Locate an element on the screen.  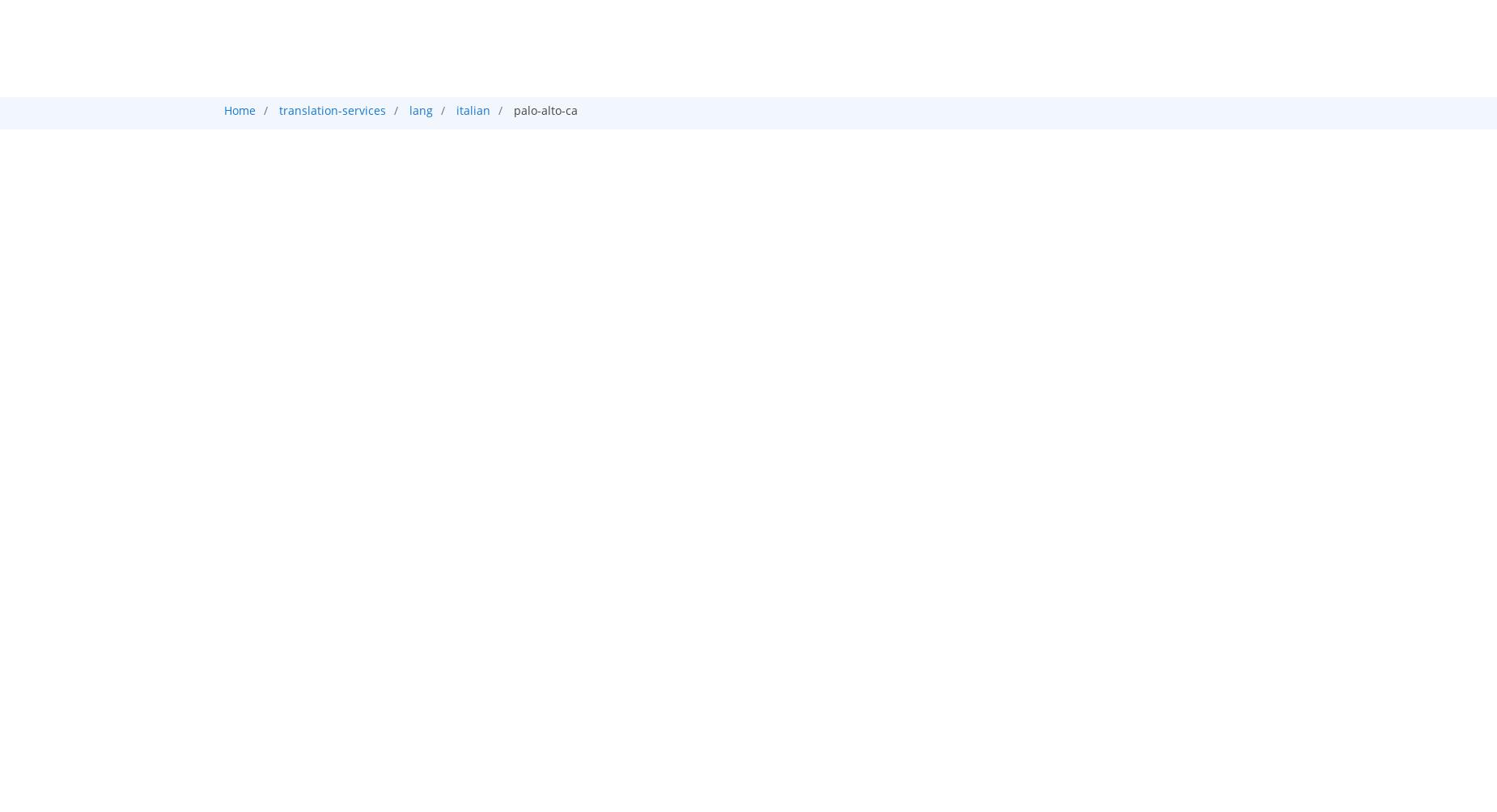
'File Formats For Translation' is located at coordinates (379, 736).